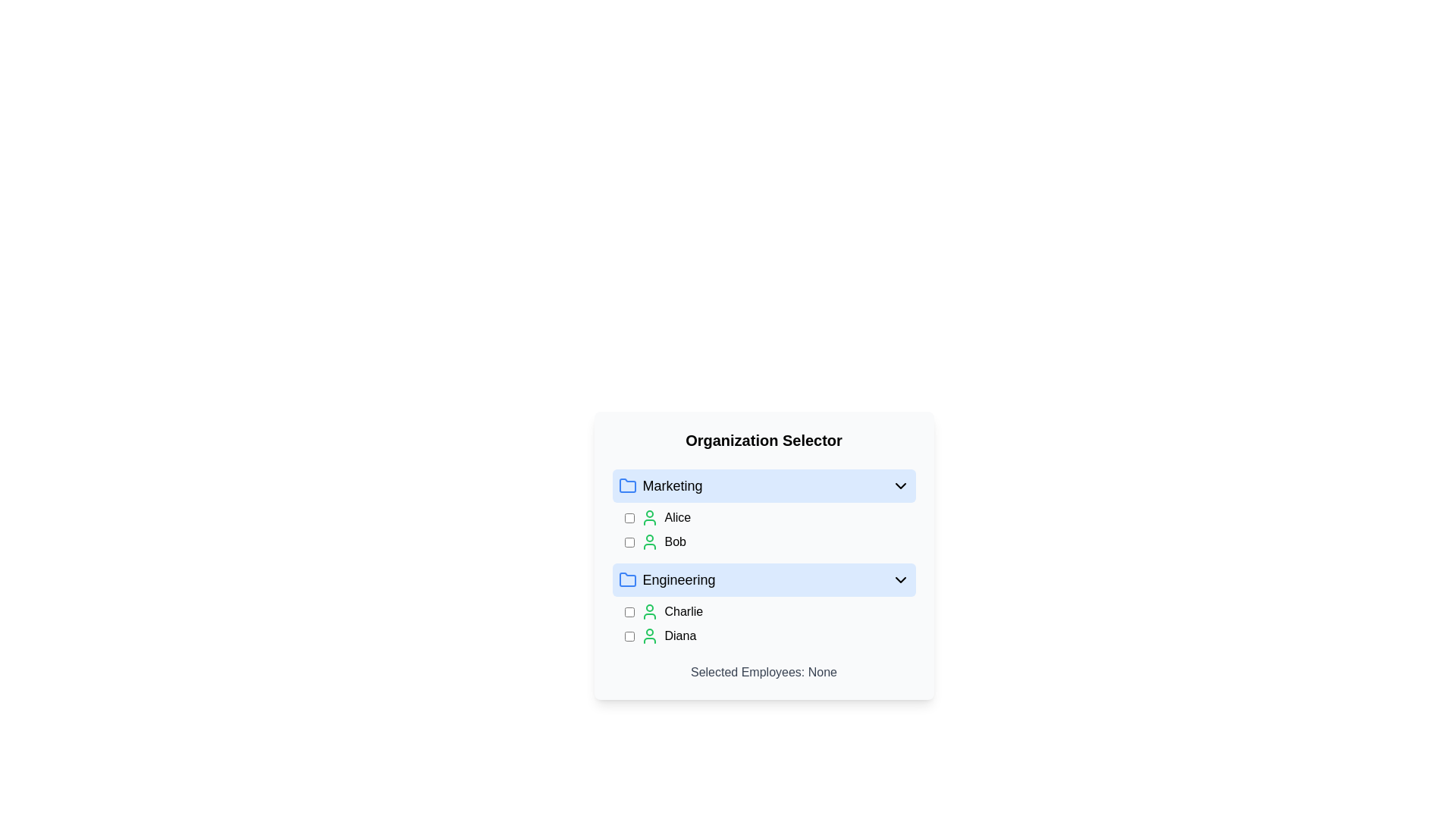 Image resolution: width=1456 pixels, height=819 pixels. What do you see at coordinates (674, 541) in the screenshot?
I see `the text label representing the individual named 'Bob' located in the 'Marketing' section, second entry after 'Alice'` at bounding box center [674, 541].